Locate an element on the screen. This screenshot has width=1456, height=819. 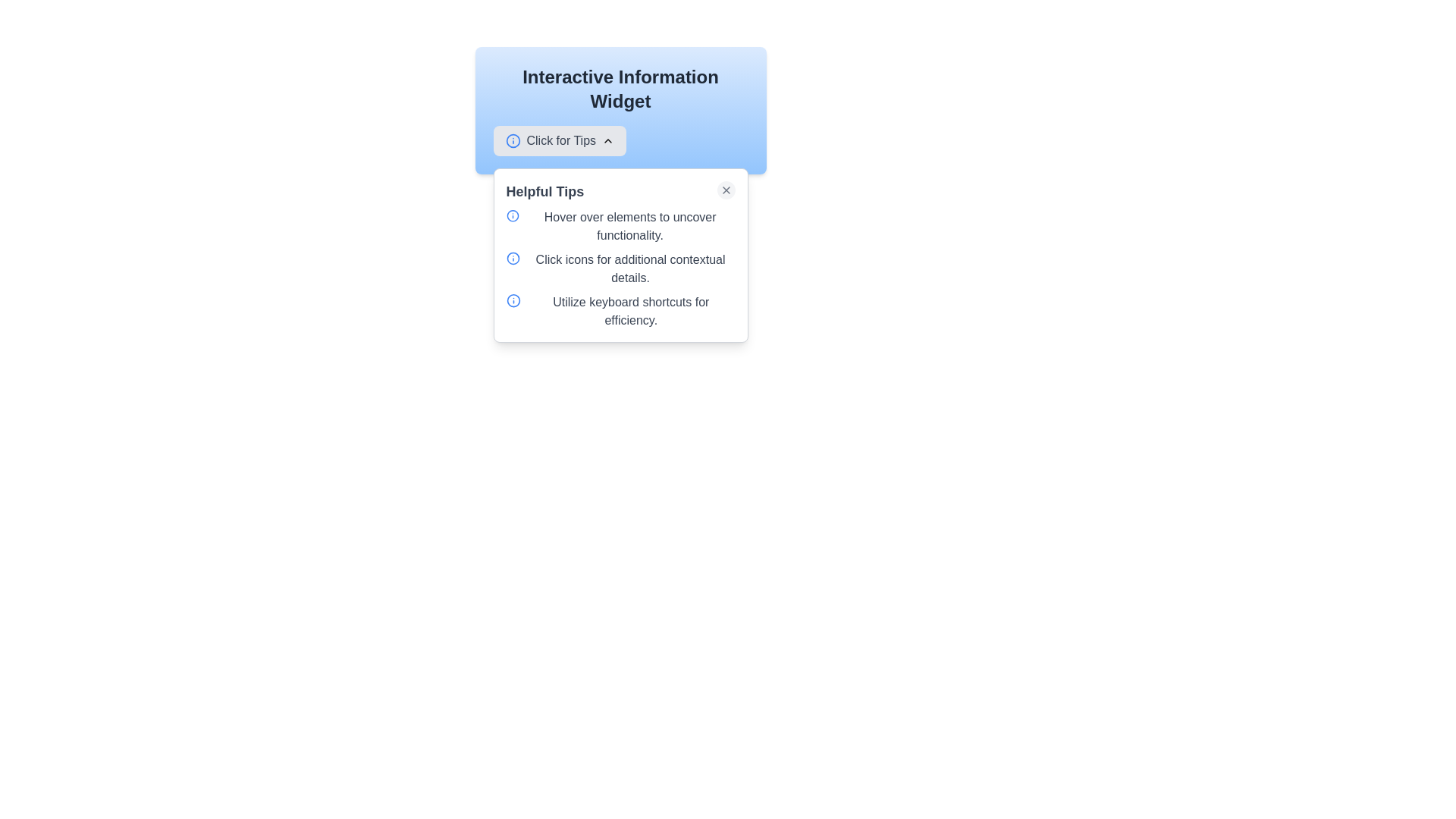
the central circular component with a blue border in the 'Helpful Tips' card interface, located near the title 'Click for Tips' is located at coordinates (513, 140).